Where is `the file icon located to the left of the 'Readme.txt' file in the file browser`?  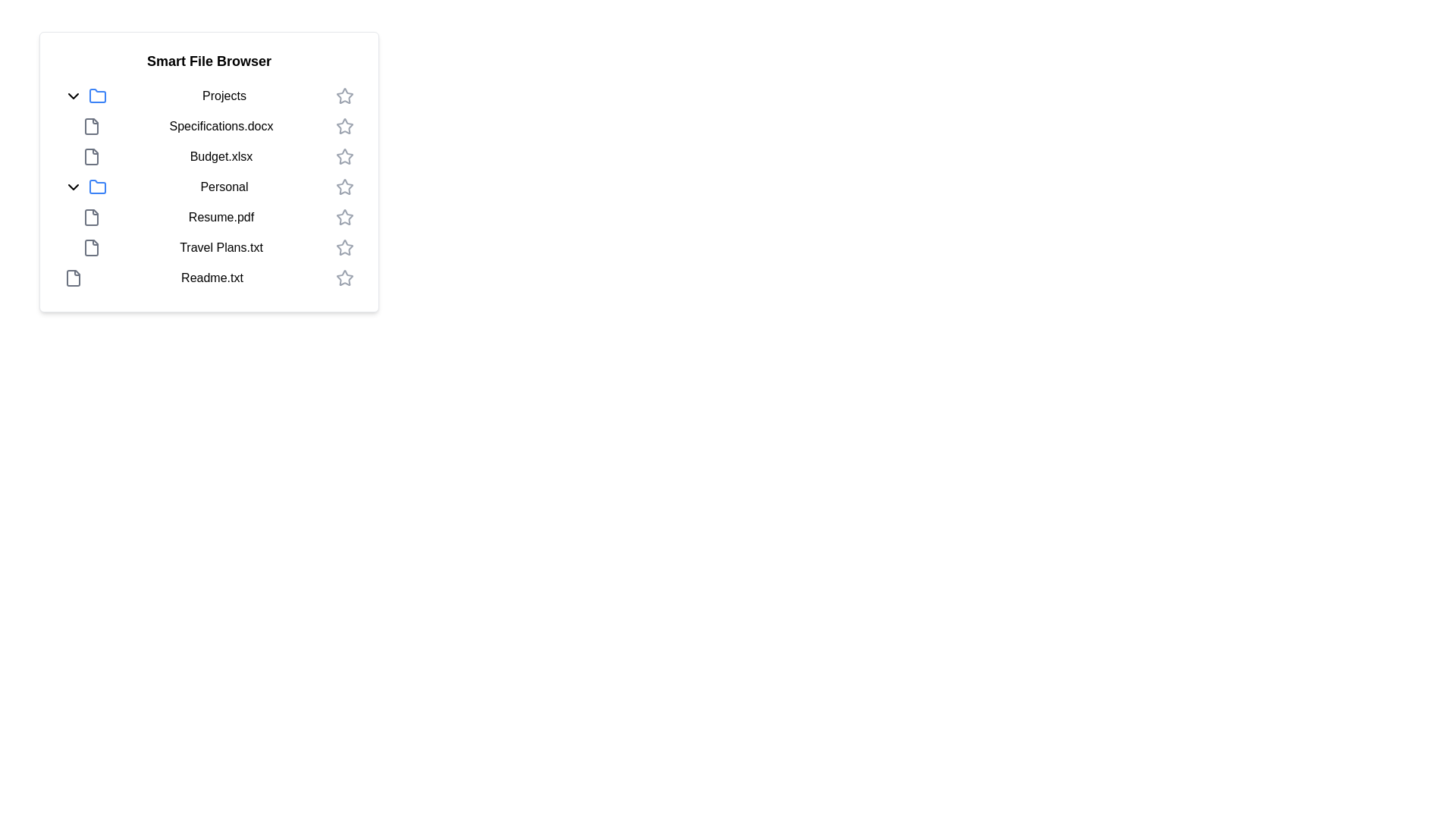
the file icon located to the left of the 'Readme.txt' file in the file browser is located at coordinates (72, 278).